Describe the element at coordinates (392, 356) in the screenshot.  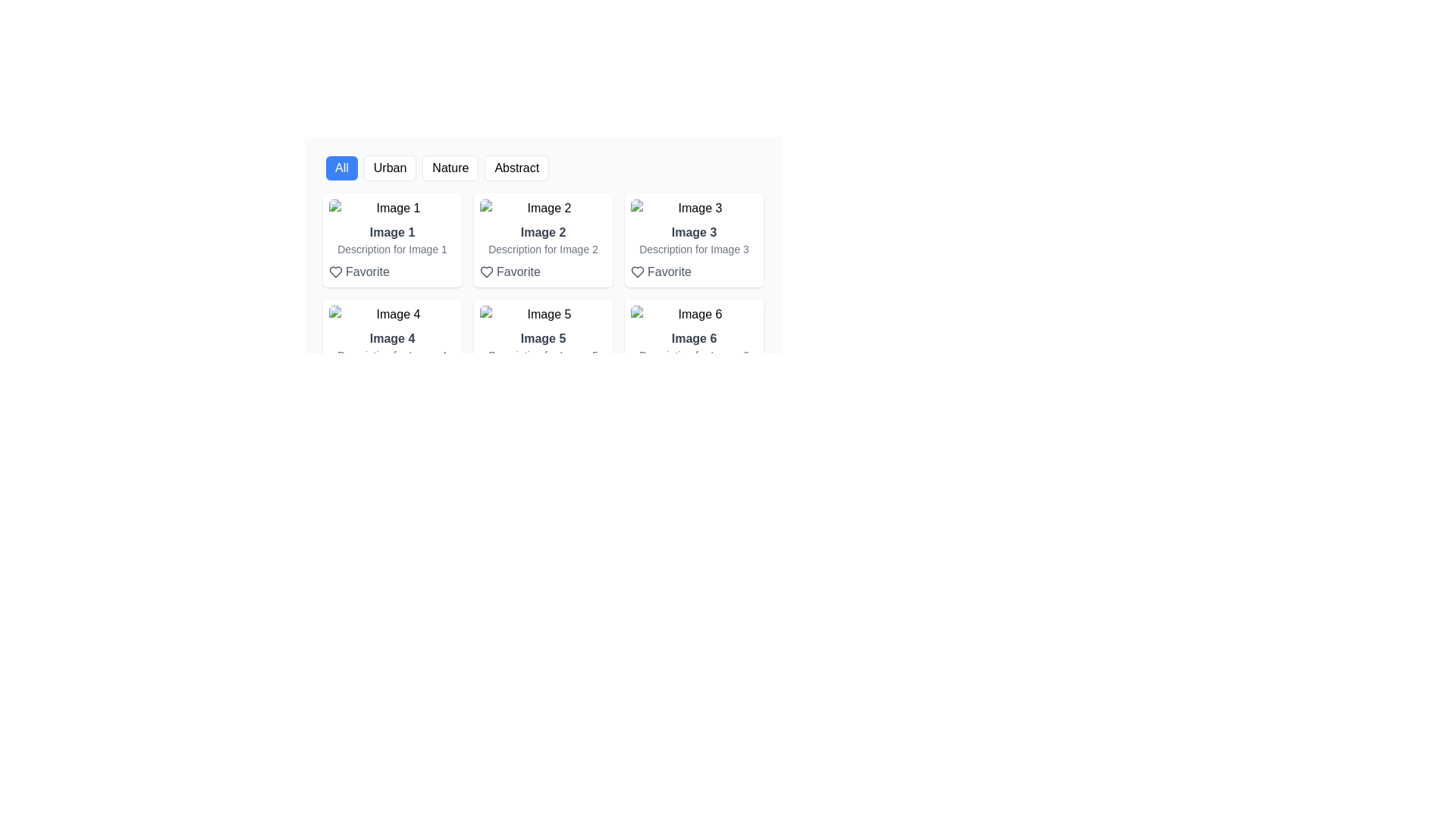
I see `the text label that reads 'Description for Image 4', which is styled in gray and positioned directly below the main title 'Image 4'` at that location.